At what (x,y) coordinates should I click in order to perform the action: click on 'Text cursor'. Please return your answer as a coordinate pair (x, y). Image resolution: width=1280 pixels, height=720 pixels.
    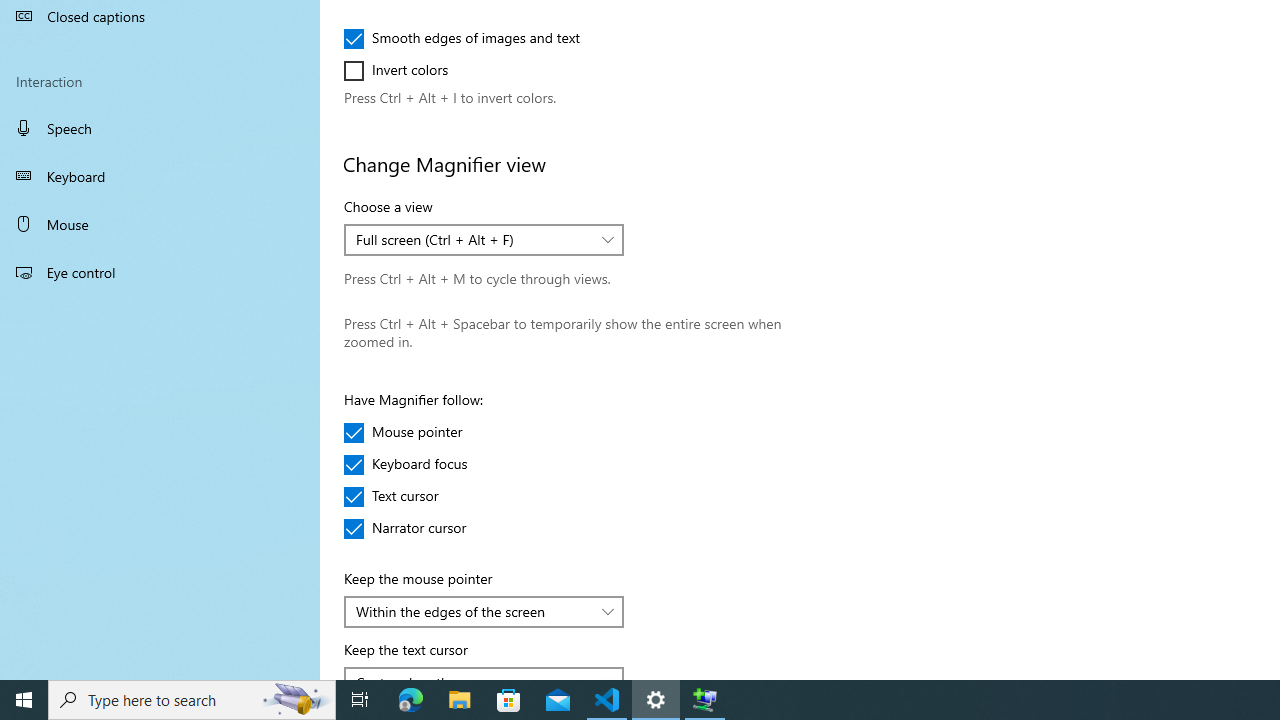
    Looking at the image, I should click on (402, 495).